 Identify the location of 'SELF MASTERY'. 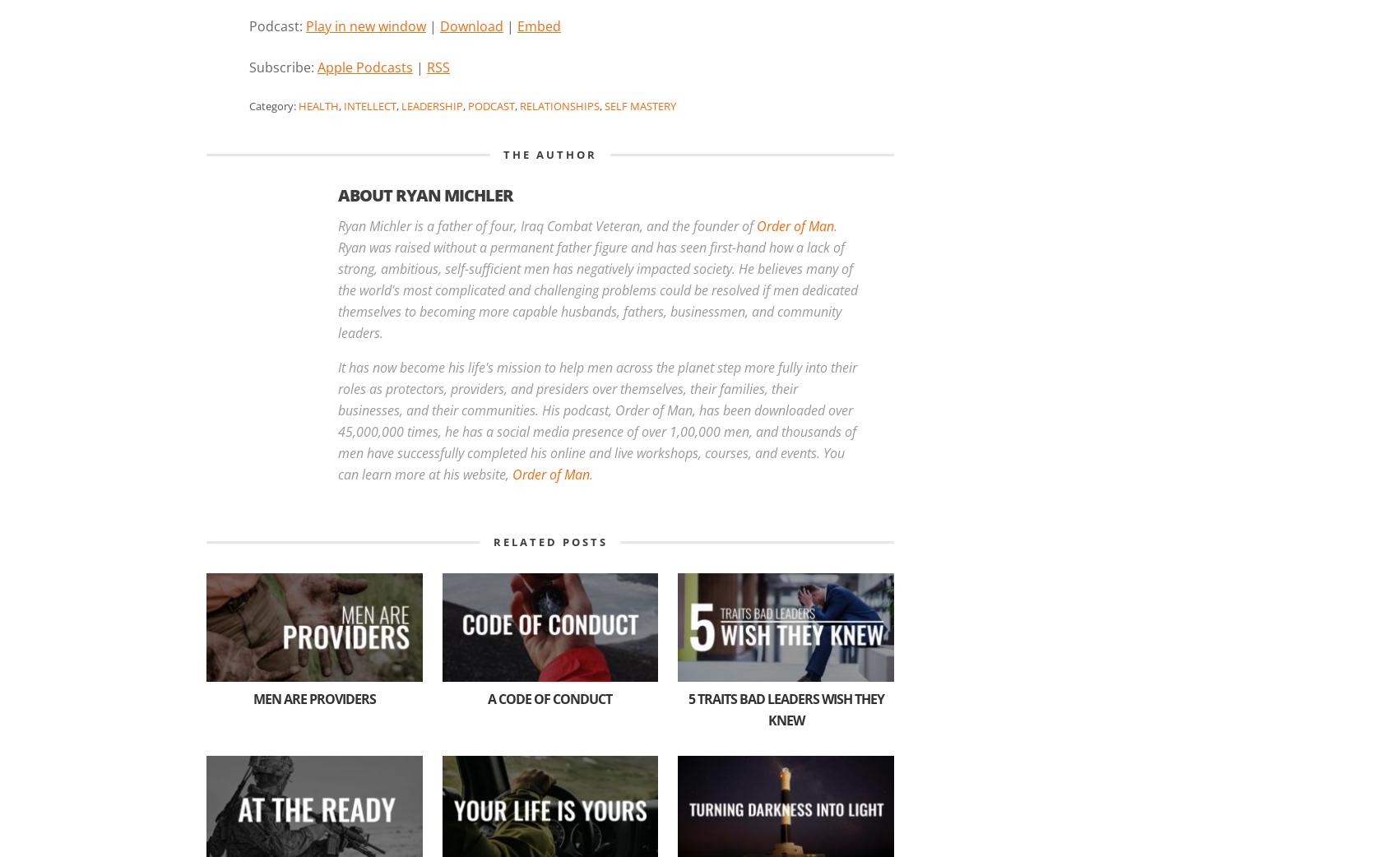
(603, 104).